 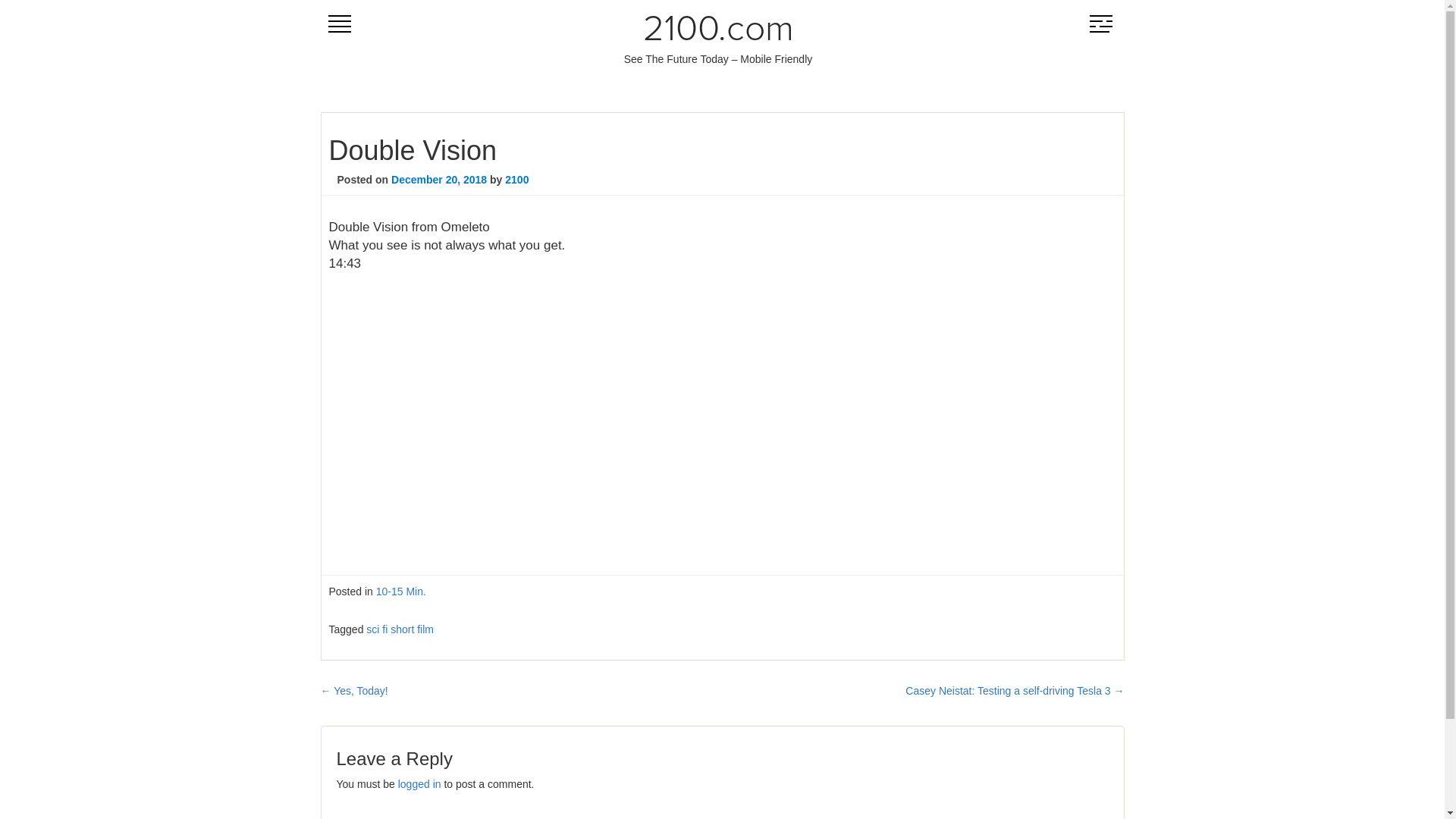 What do you see at coordinates (516, 178) in the screenshot?
I see `'2100'` at bounding box center [516, 178].